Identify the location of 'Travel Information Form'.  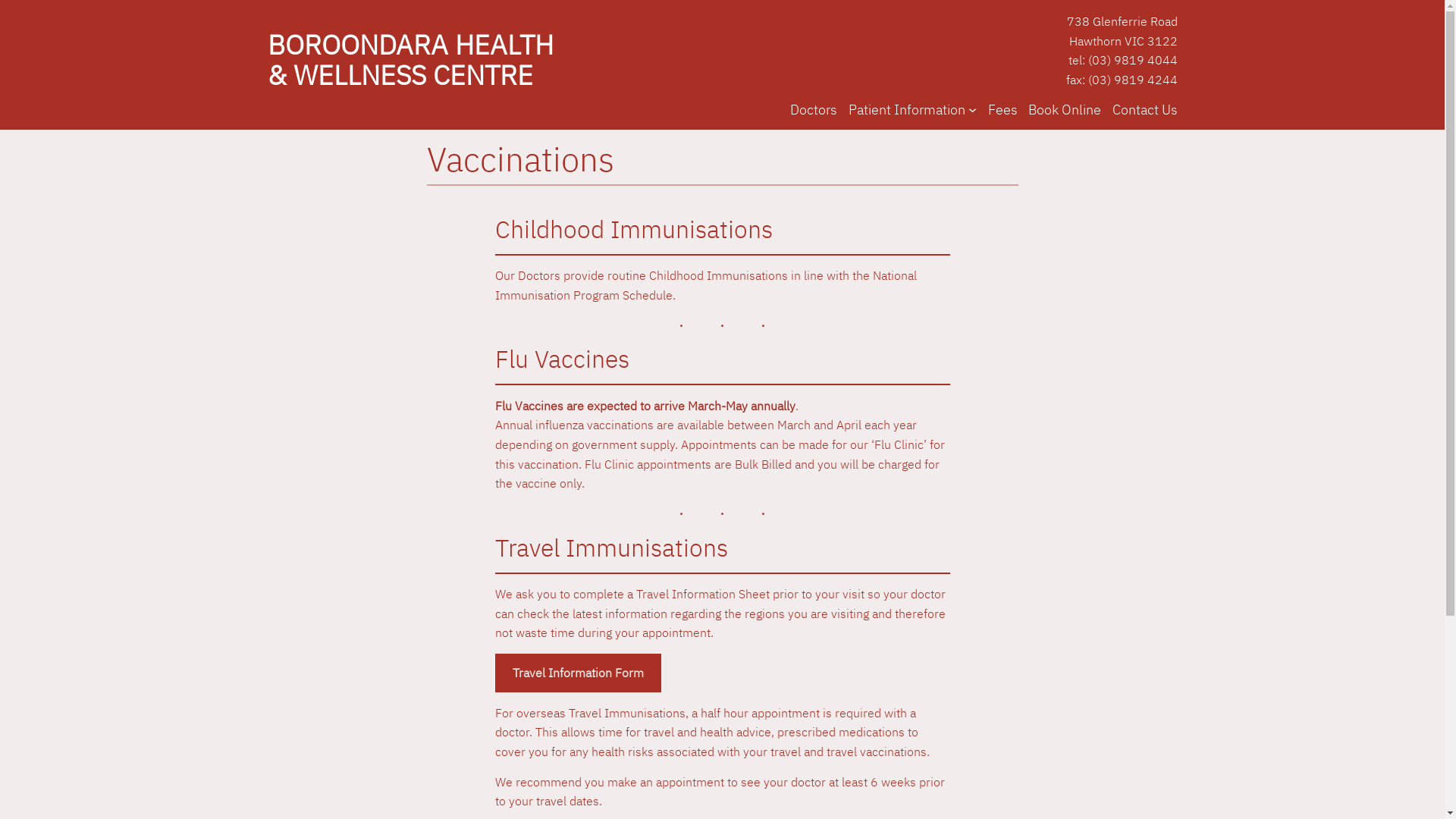
(577, 672).